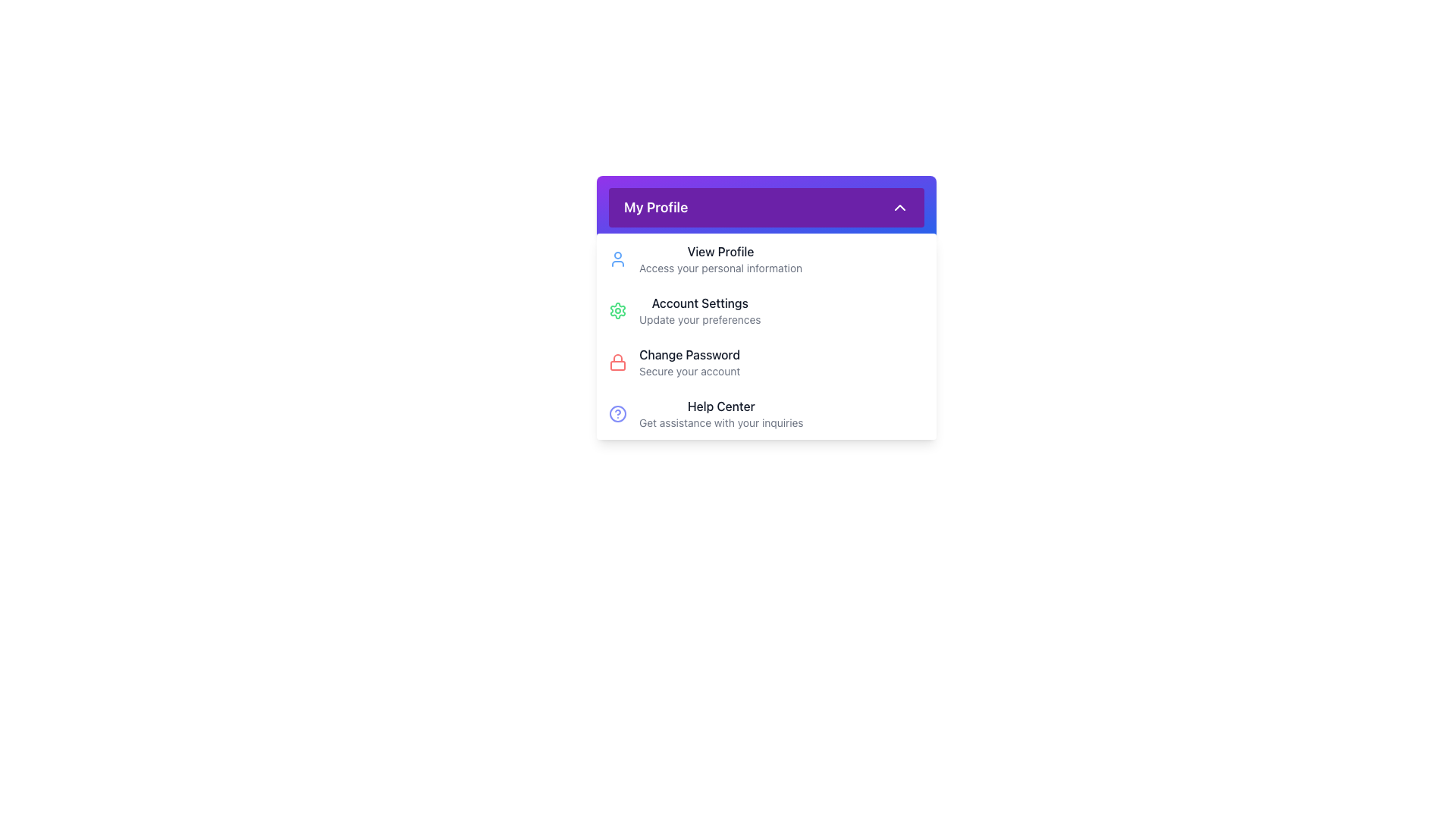 This screenshot has height=819, width=1456. I want to click on the decorative element inside the red lock icon next to the 'Change Password' option in the vertical menu under 'My Profile', so click(618, 366).